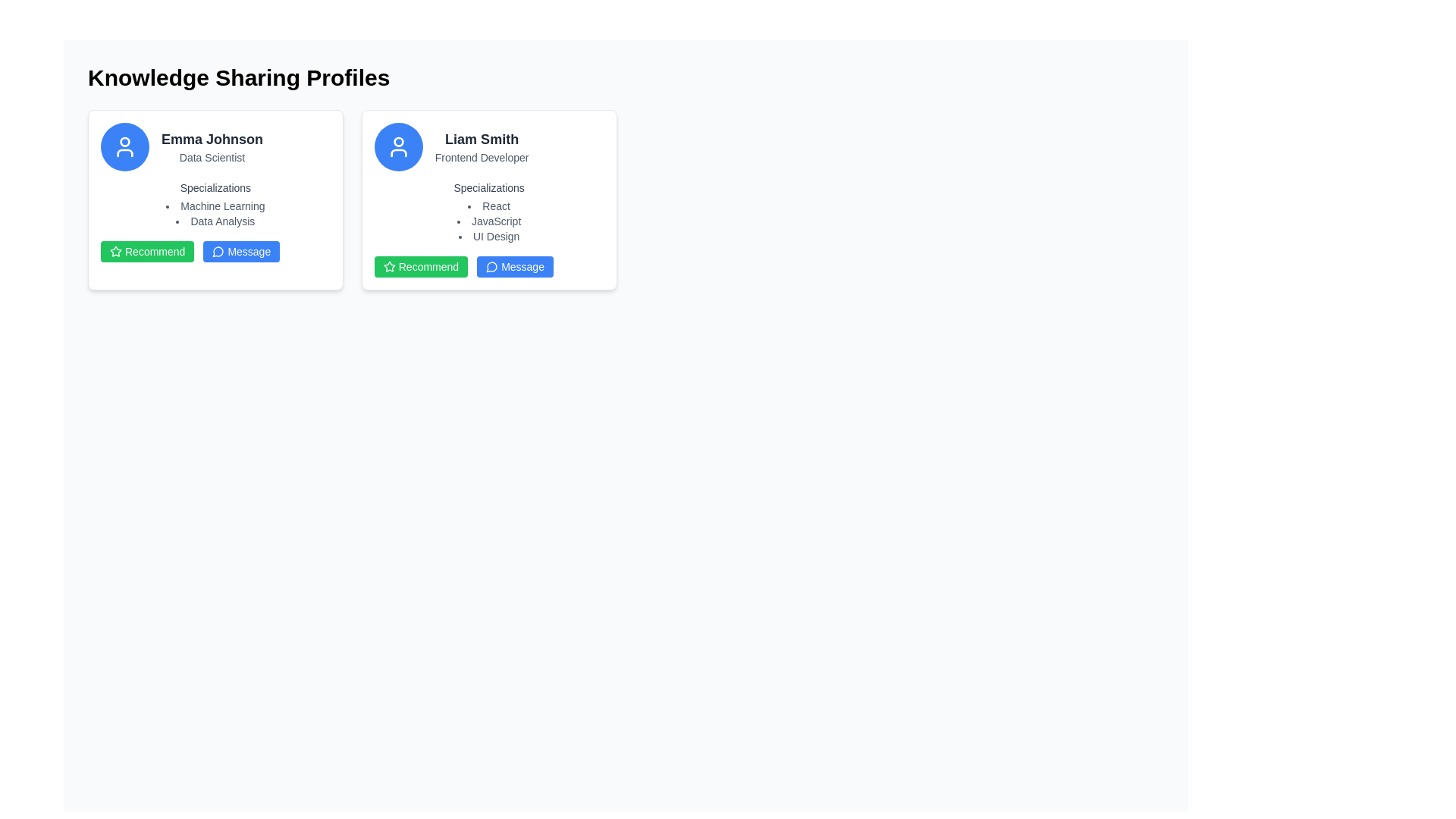 The height and width of the screenshot is (819, 1456). Describe the element at coordinates (211, 158) in the screenshot. I see `the static text label indicating the professional role or job title located below 'Emma Johnson' in the profile card` at that location.